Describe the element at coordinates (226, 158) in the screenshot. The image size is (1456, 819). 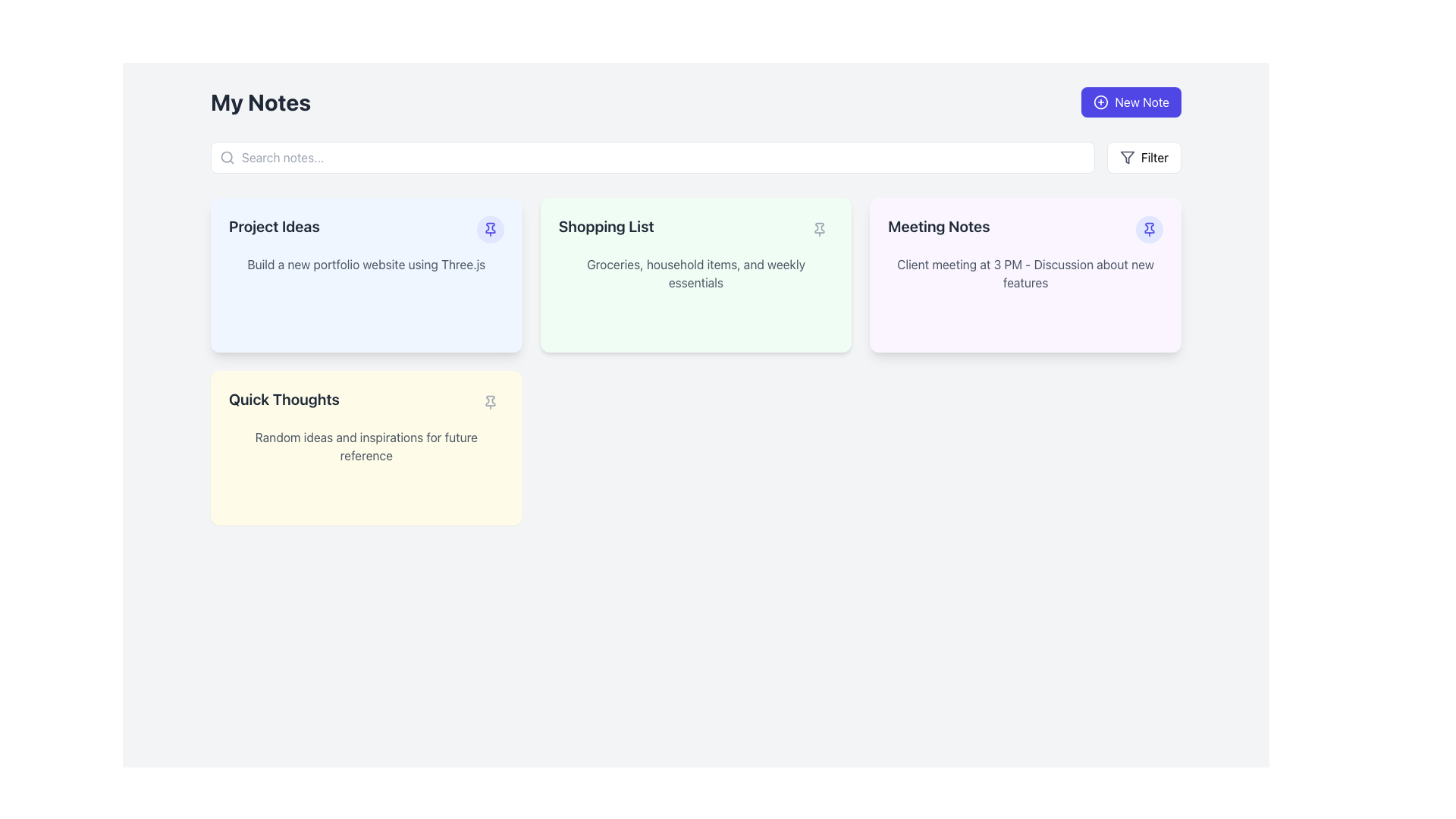
I see `the stylized magnifying glass icon located on the left side of the search bar, near the placeholder text 'Search notes...'` at that location.